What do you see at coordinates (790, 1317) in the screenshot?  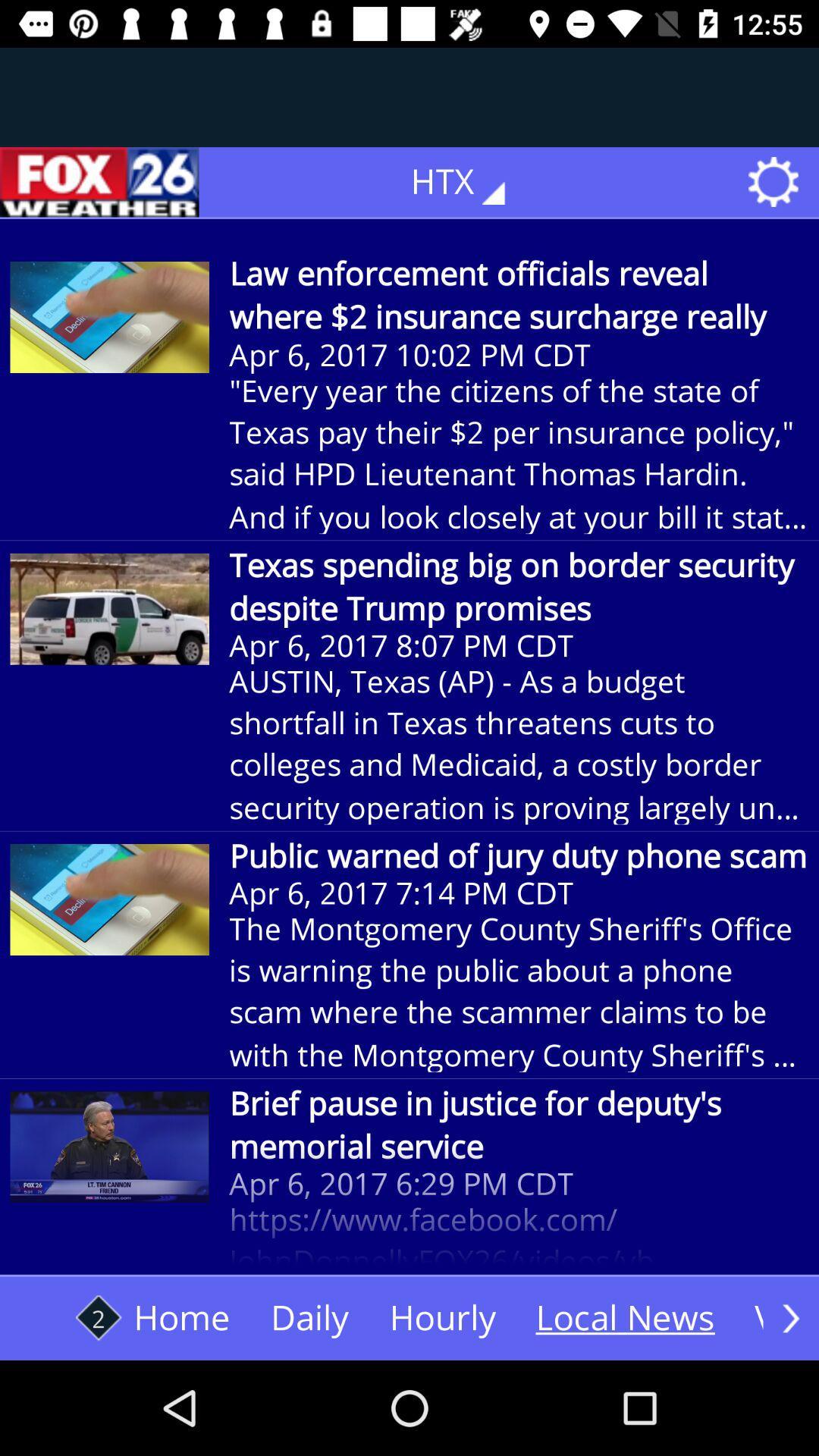 I see `the arrow_forward icon` at bounding box center [790, 1317].